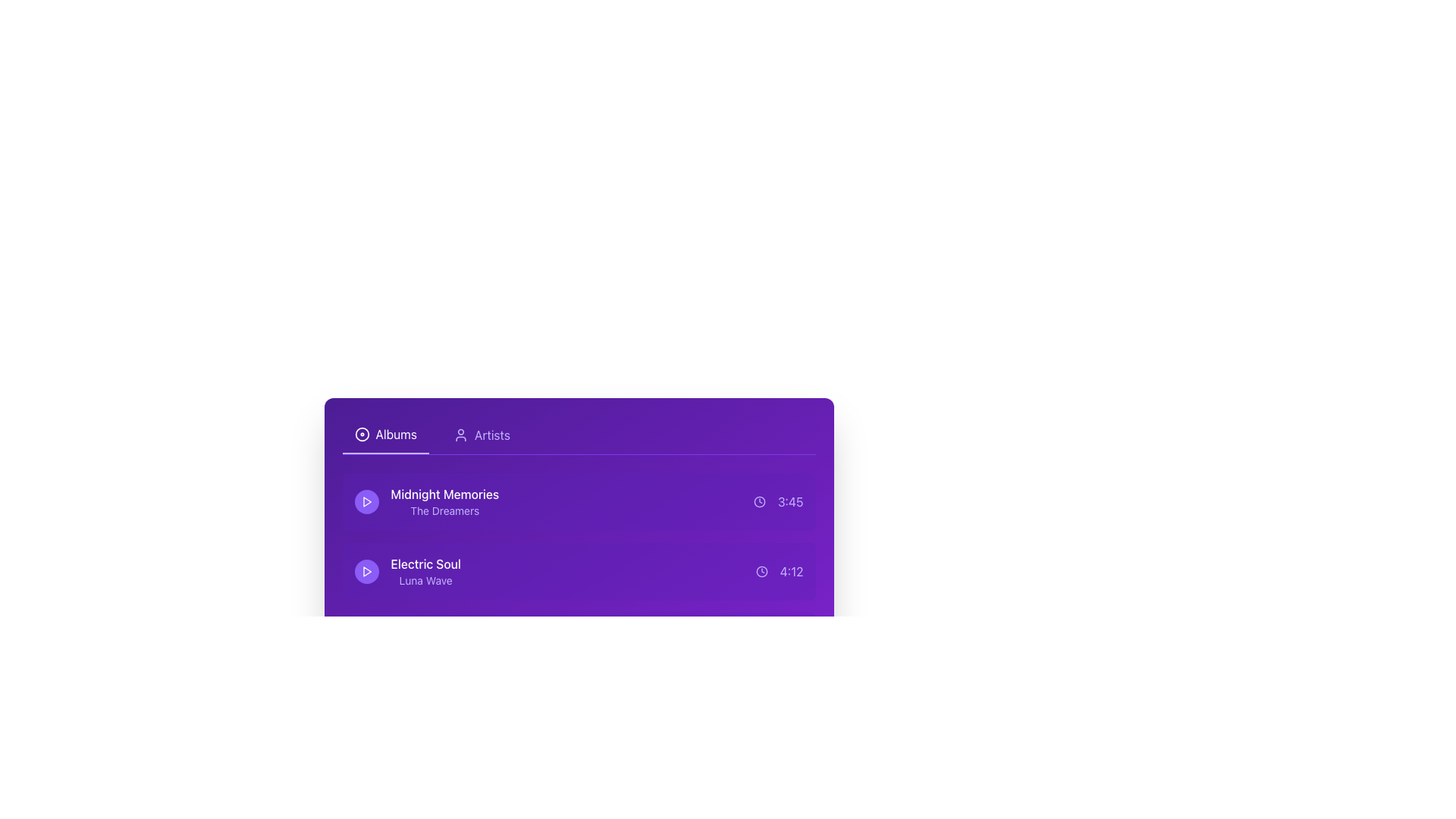 This screenshot has width=1456, height=819. I want to click on the informative label for the media item located in the purple panel, positioned between the 'Midnight Memories' label and the timestamp '4:12', so click(407, 571).